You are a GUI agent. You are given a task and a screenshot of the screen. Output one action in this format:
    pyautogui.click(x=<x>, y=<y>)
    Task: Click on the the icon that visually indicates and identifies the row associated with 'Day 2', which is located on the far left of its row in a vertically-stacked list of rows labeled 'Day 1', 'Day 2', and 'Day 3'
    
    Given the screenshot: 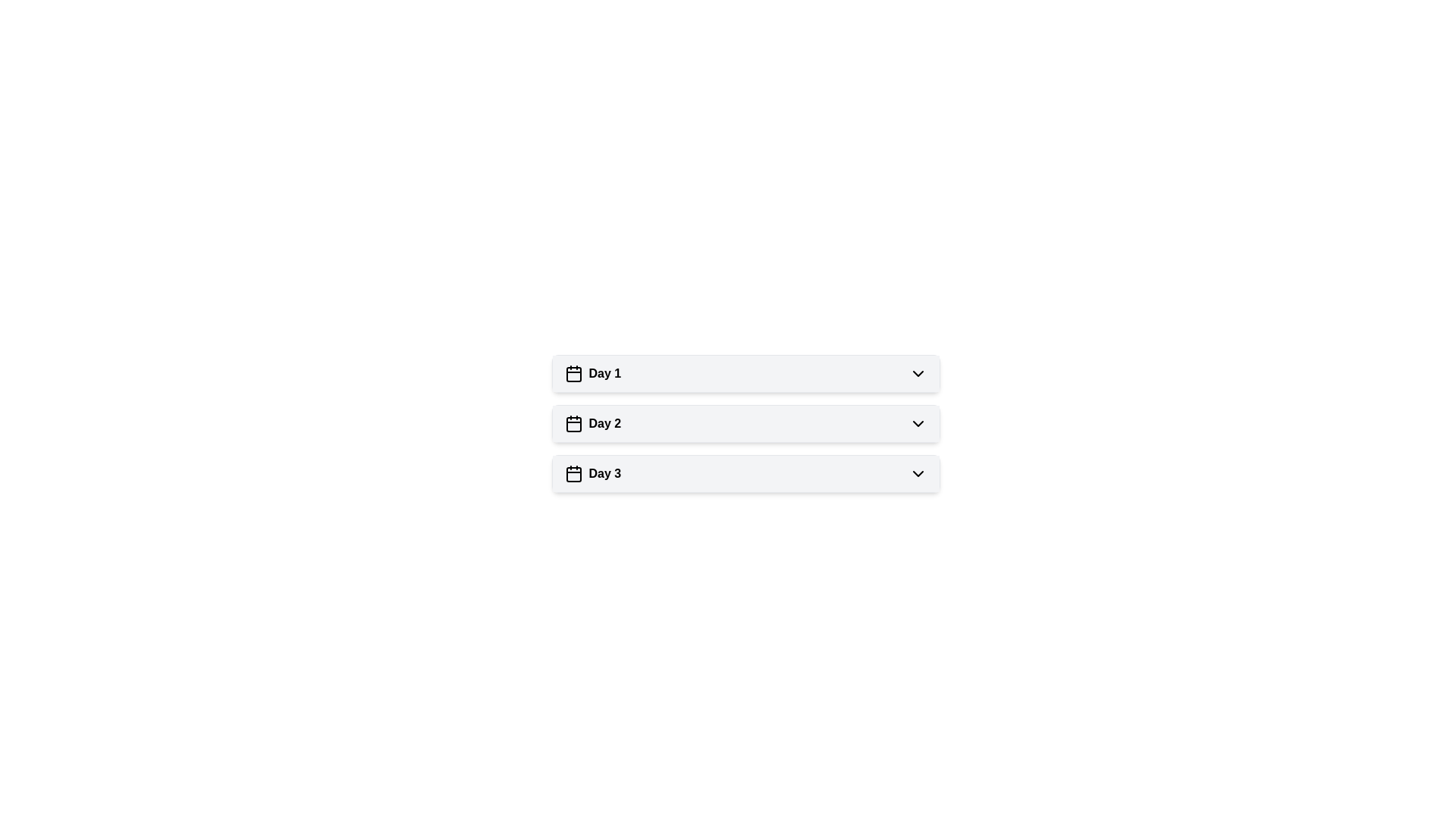 What is the action you would take?
    pyautogui.click(x=573, y=424)
    